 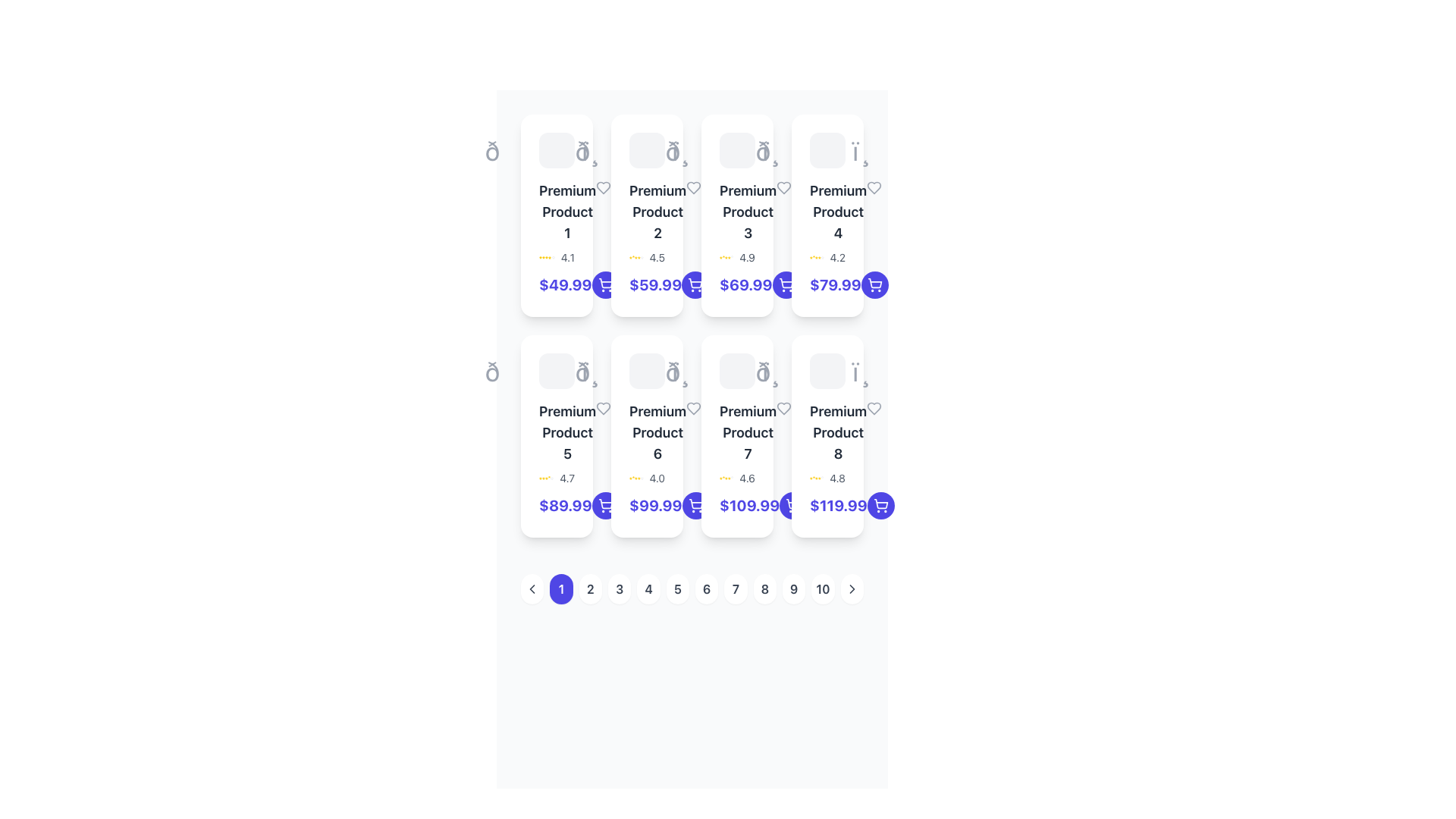 What do you see at coordinates (556, 256) in the screenshot?
I see `the rating stars in the 'Premium Product 1' card, located above the price '$49.99' and below the title 'Premium Product 1', to interact with the ratings` at bounding box center [556, 256].